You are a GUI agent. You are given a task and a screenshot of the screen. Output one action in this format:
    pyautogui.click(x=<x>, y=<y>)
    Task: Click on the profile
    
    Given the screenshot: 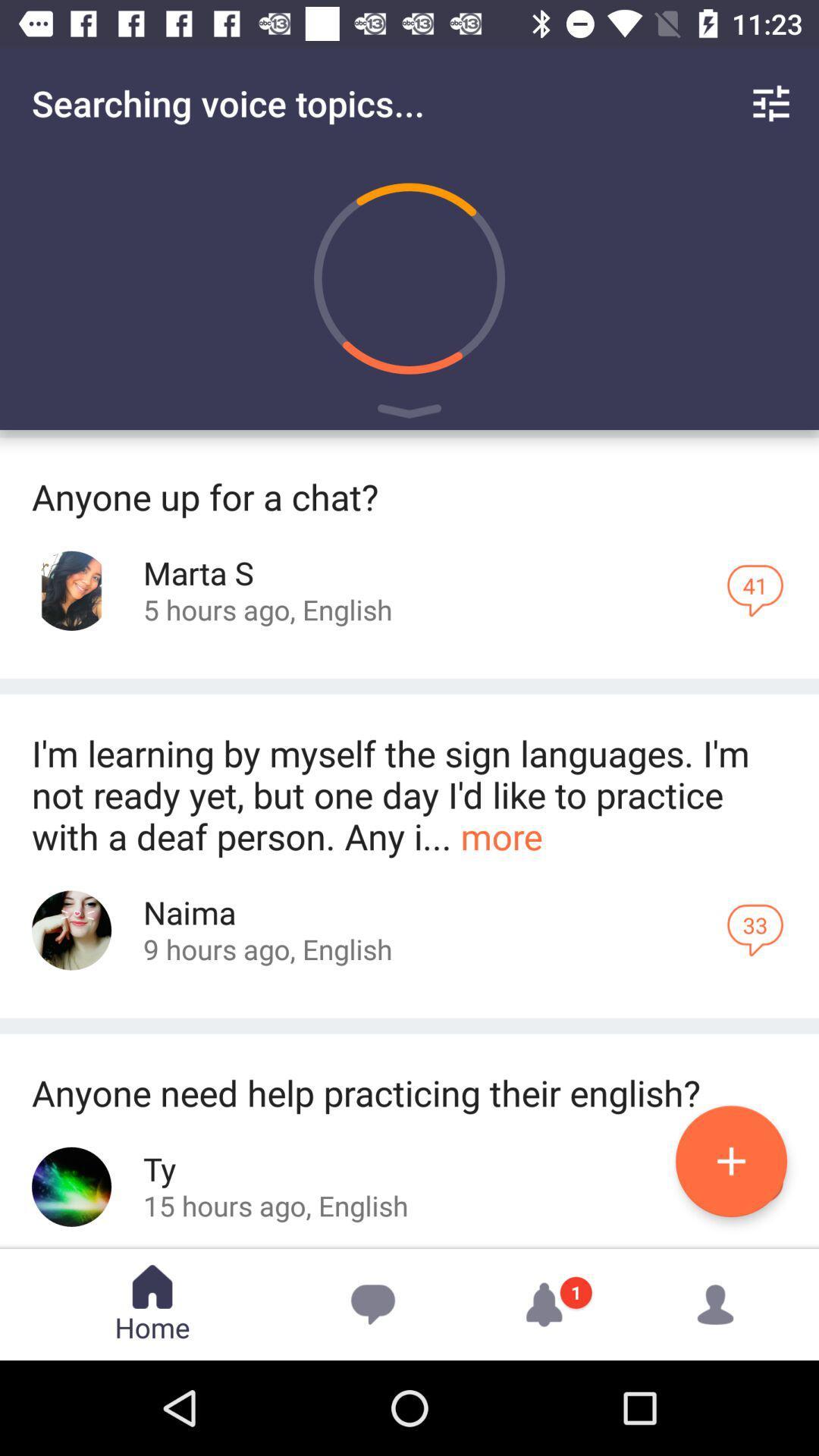 What is the action you would take?
    pyautogui.click(x=71, y=930)
    